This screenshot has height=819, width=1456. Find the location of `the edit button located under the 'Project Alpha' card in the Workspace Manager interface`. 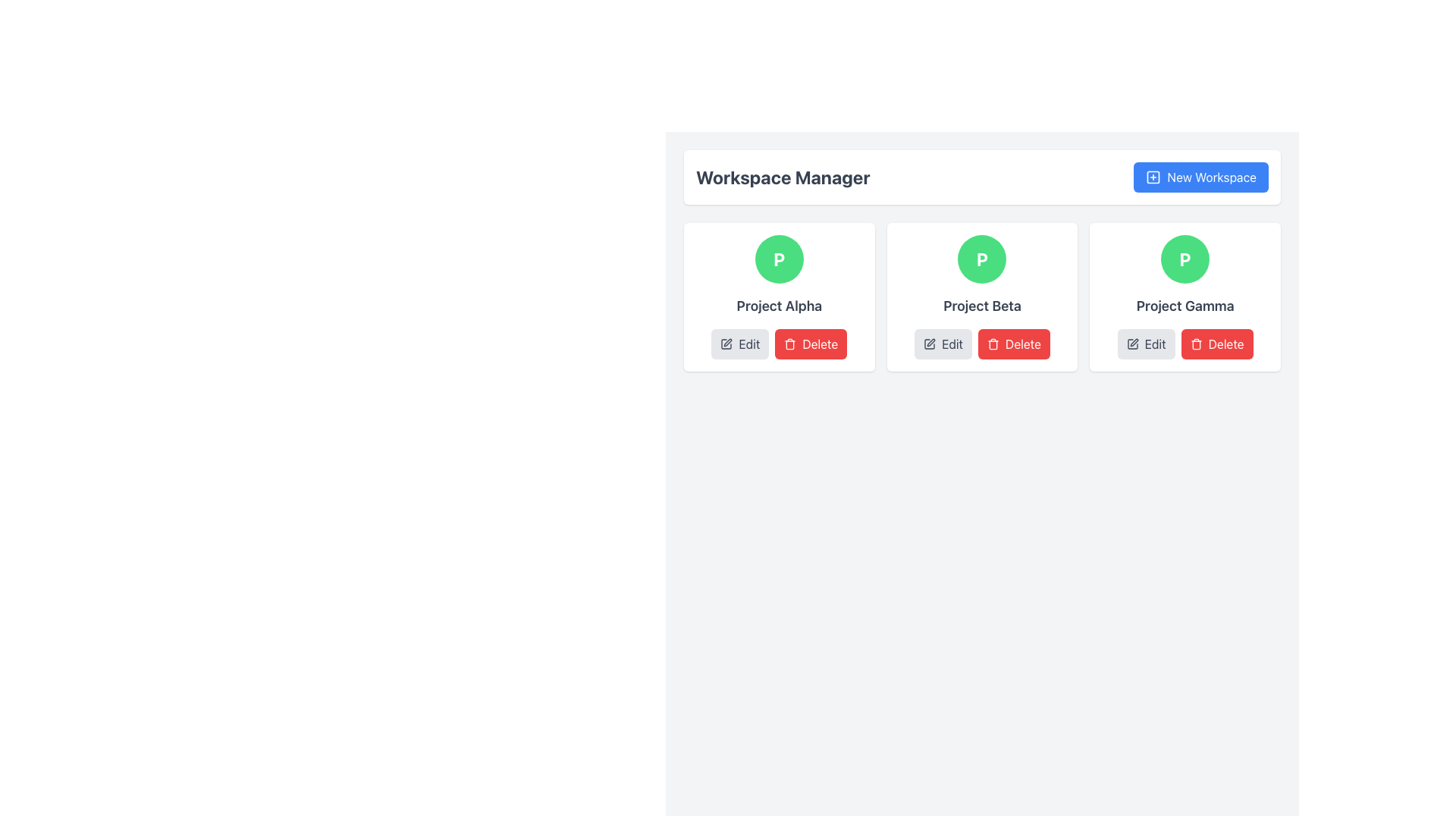

the edit button located under the 'Project Alpha' card in the Workspace Manager interface is located at coordinates (740, 344).